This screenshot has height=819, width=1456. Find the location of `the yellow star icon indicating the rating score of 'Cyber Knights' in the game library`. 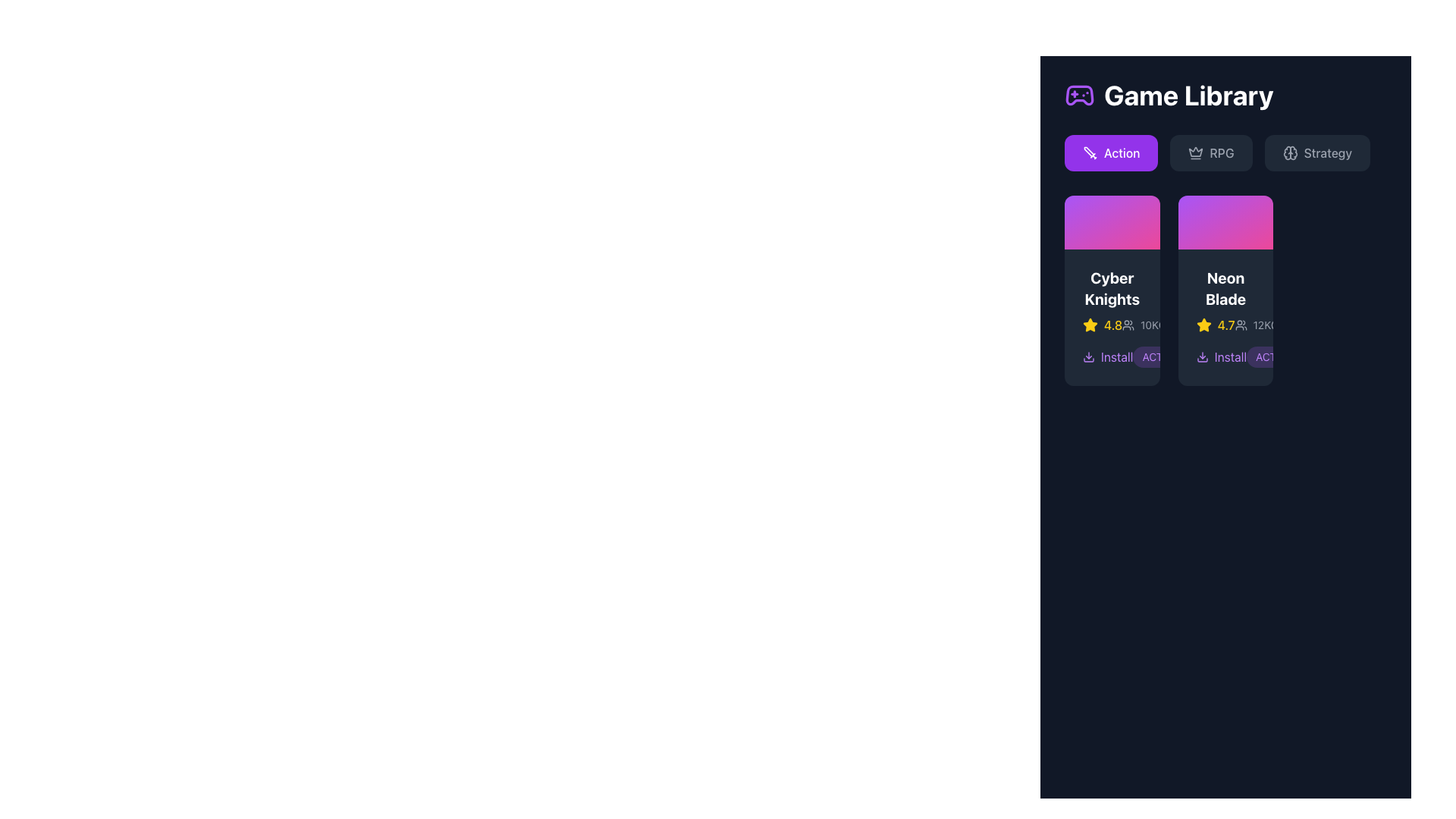

the yellow star icon indicating the rating score of 'Cyber Knights' in the game library is located at coordinates (1090, 324).